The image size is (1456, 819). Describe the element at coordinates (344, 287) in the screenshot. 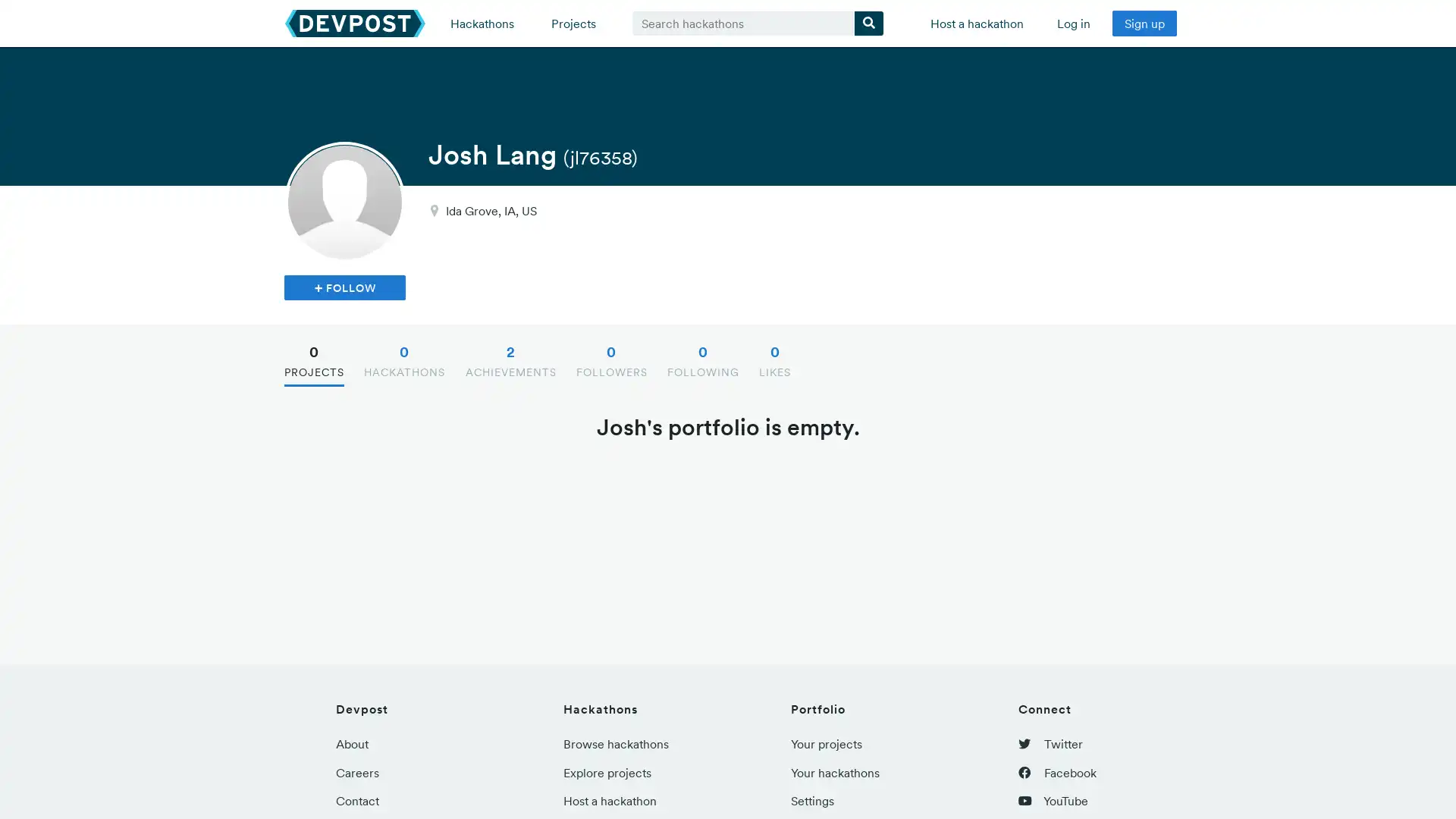

I see `+ FOLLOW` at that location.